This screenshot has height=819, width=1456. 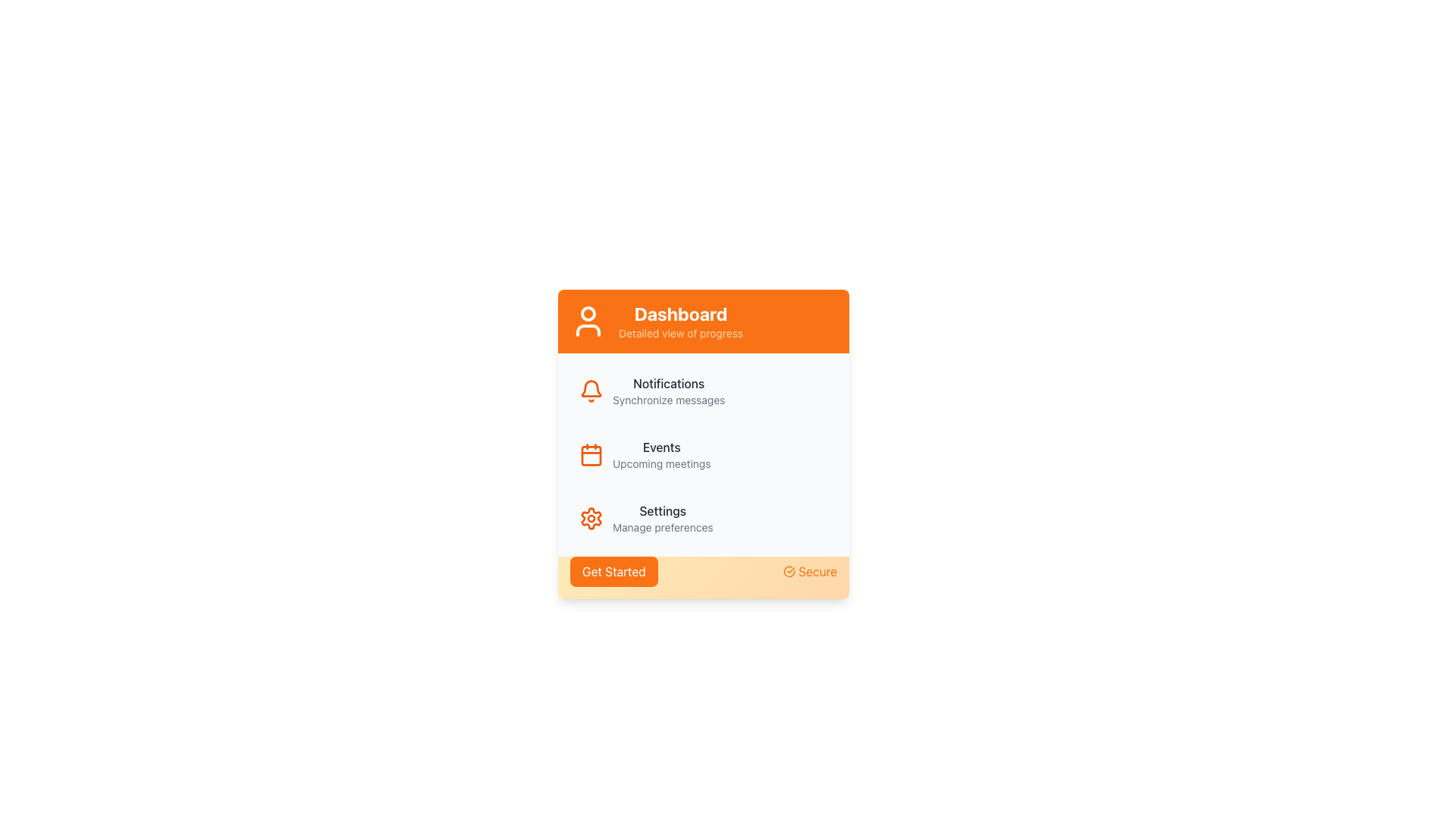 I want to click on the second item in the vertical list of three items on the dashboard, which is located in the gray area and follows the 'Notifications' item, to interact or navigate, so click(x=702, y=454).